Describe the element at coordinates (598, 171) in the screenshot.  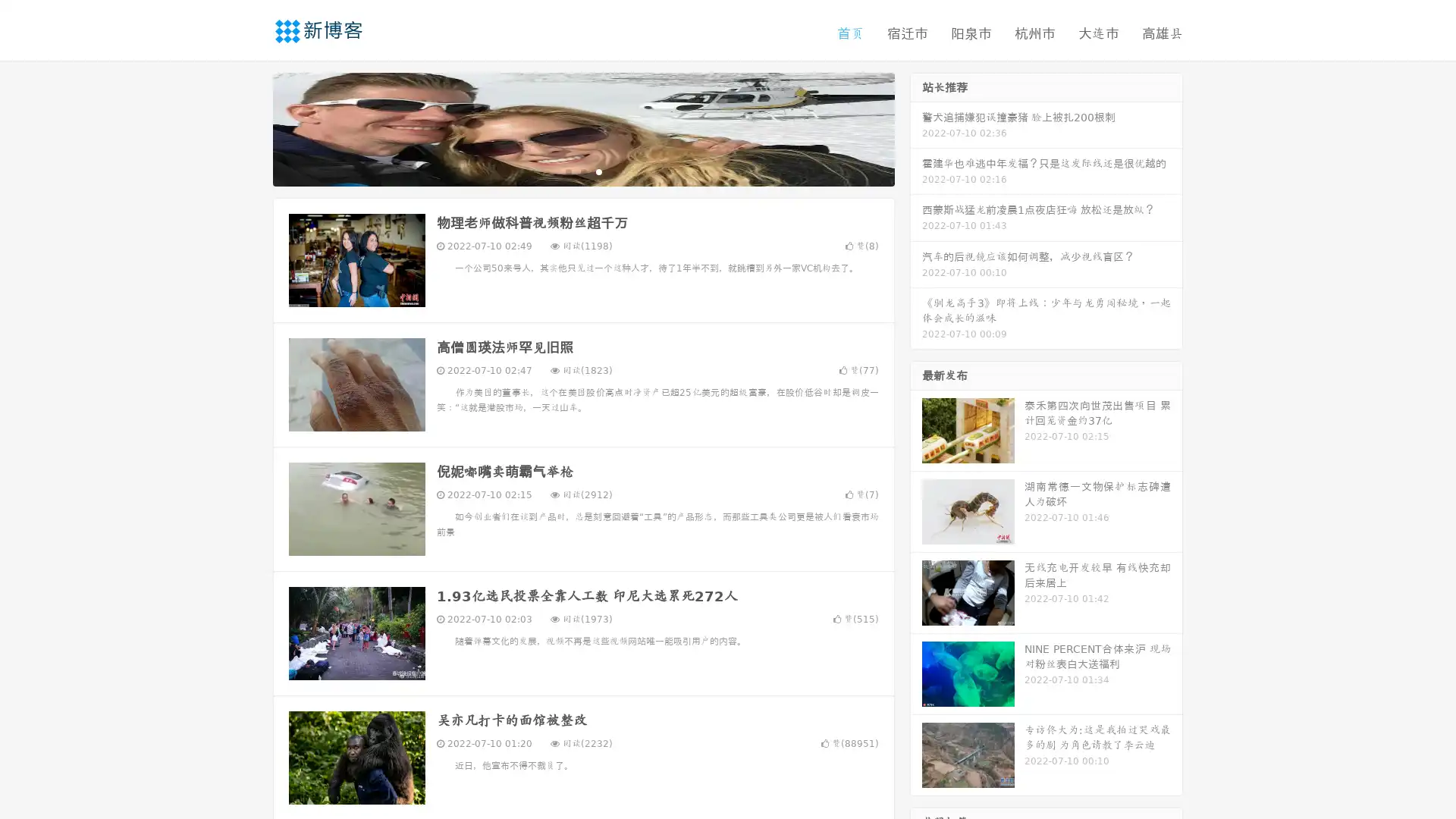
I see `Go to slide 3` at that location.